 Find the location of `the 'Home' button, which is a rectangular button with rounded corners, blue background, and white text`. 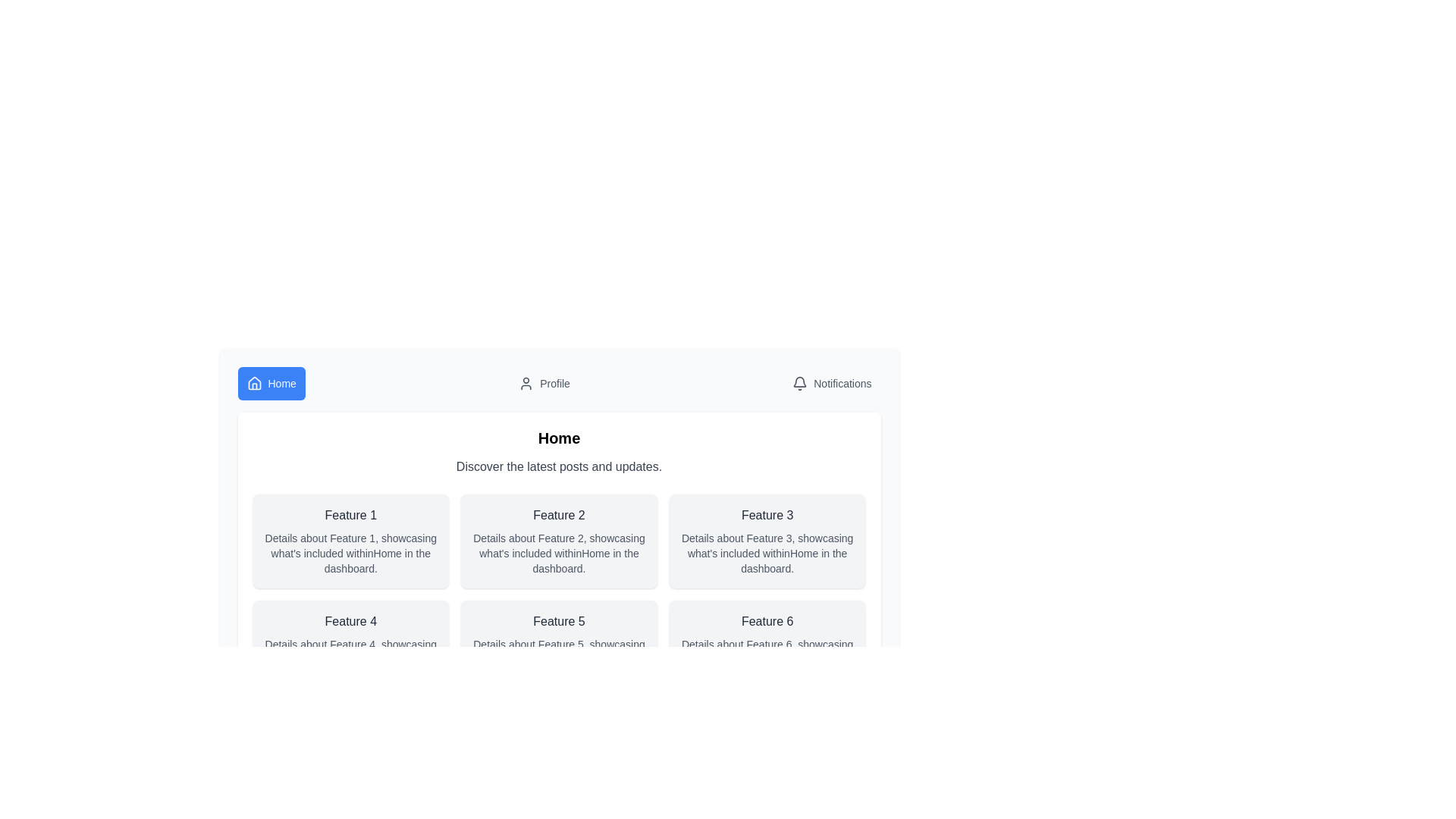

the 'Home' button, which is a rectangular button with rounded corners, blue background, and white text is located at coordinates (271, 382).